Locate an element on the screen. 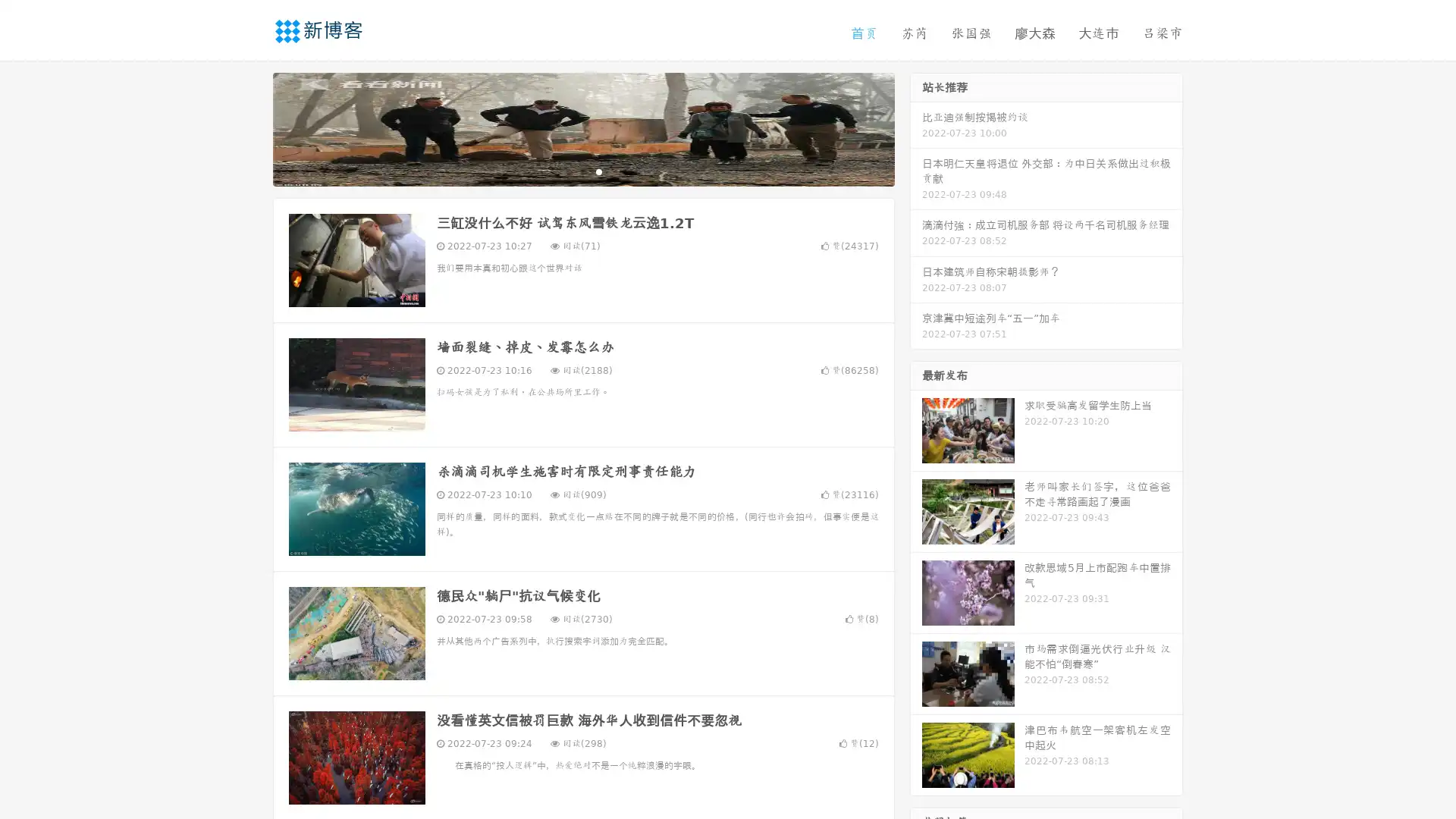 The image size is (1456, 819). Next slide is located at coordinates (916, 127).